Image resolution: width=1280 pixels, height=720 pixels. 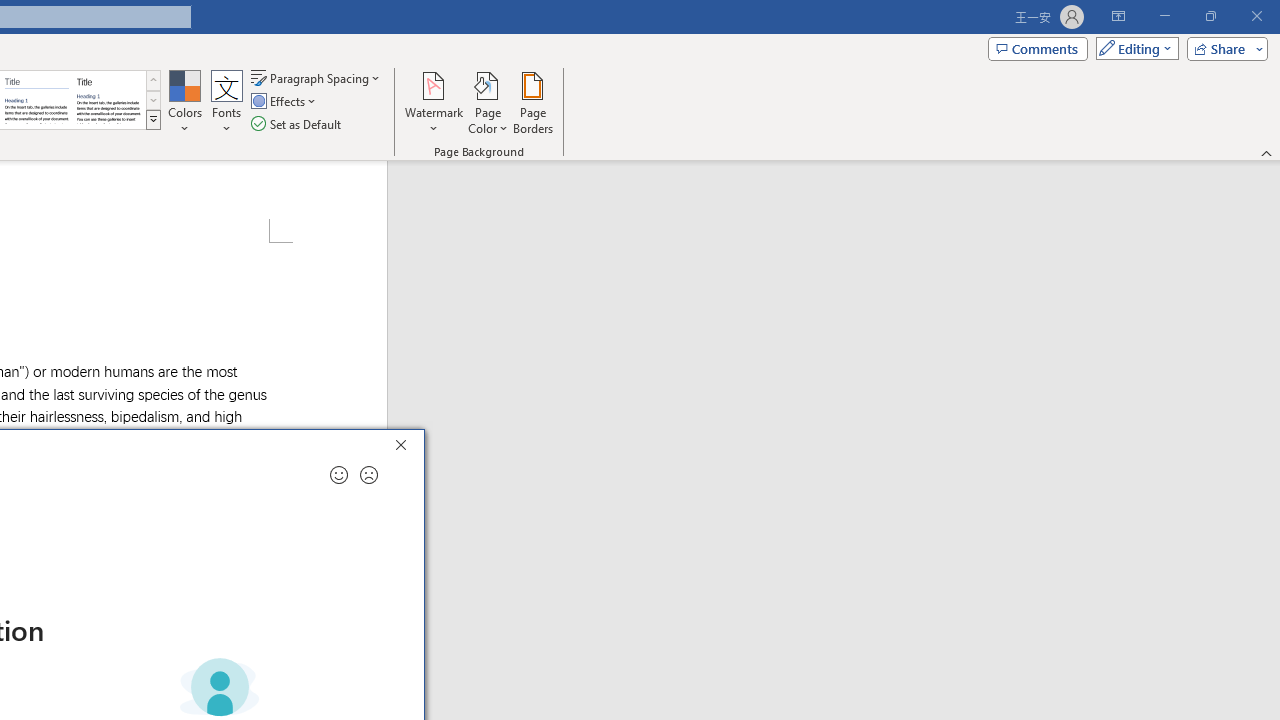 I want to click on 'Word 2010', so click(x=37, y=100).